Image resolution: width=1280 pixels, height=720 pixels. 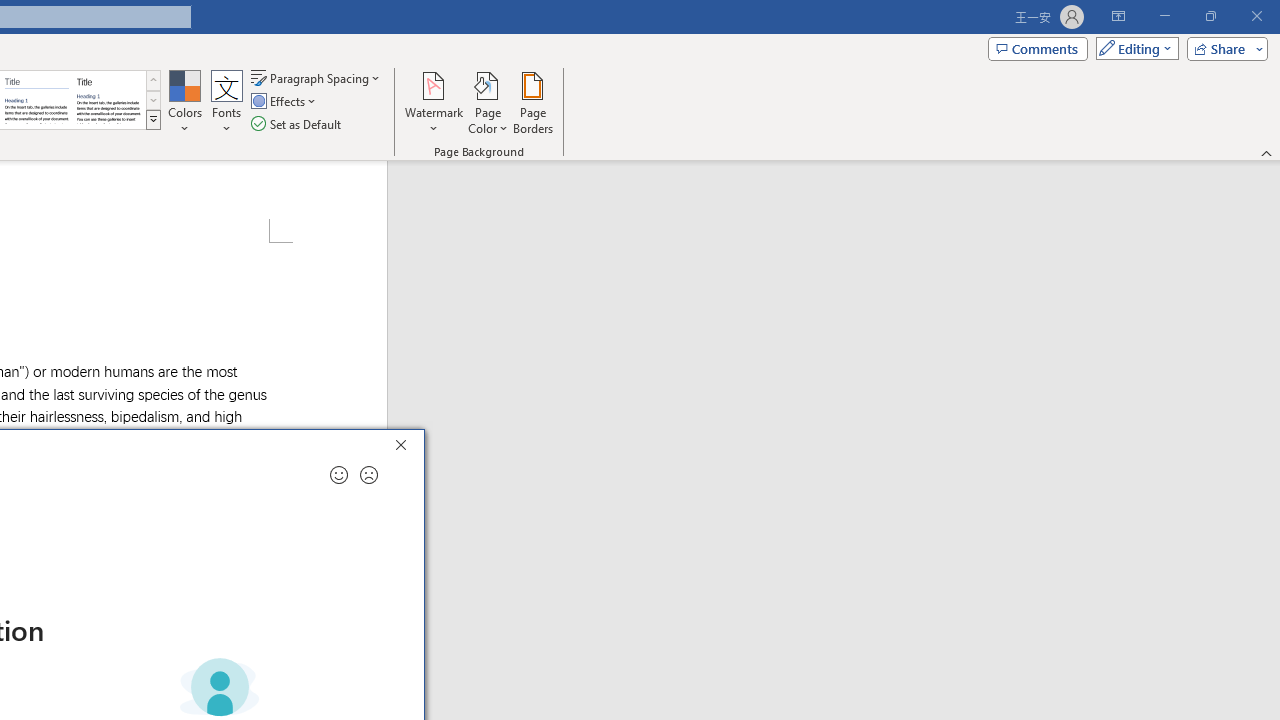 I want to click on 'Word 2010', so click(x=37, y=100).